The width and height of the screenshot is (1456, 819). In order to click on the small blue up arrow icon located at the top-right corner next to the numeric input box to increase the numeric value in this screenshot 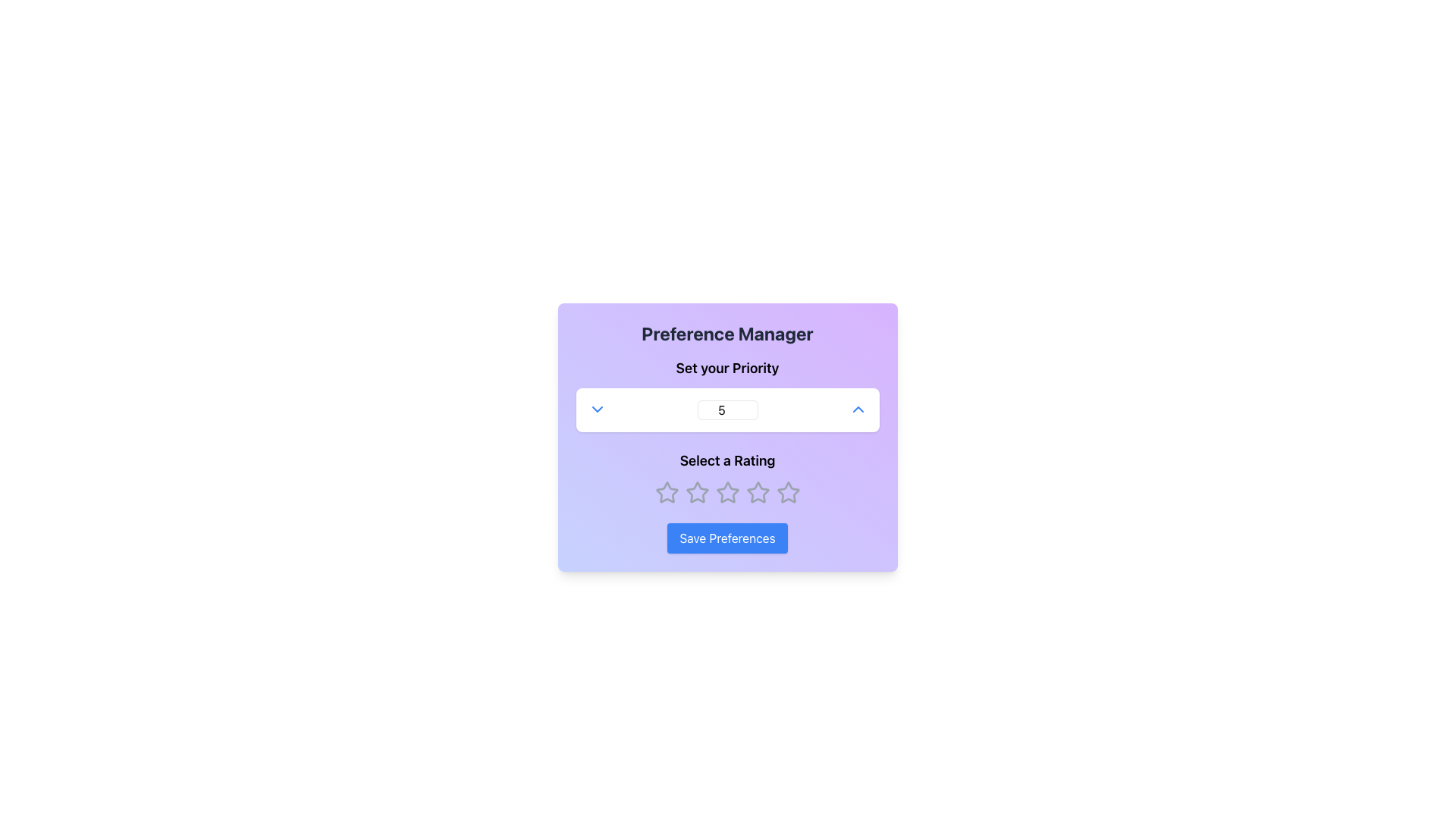, I will do `click(858, 409)`.